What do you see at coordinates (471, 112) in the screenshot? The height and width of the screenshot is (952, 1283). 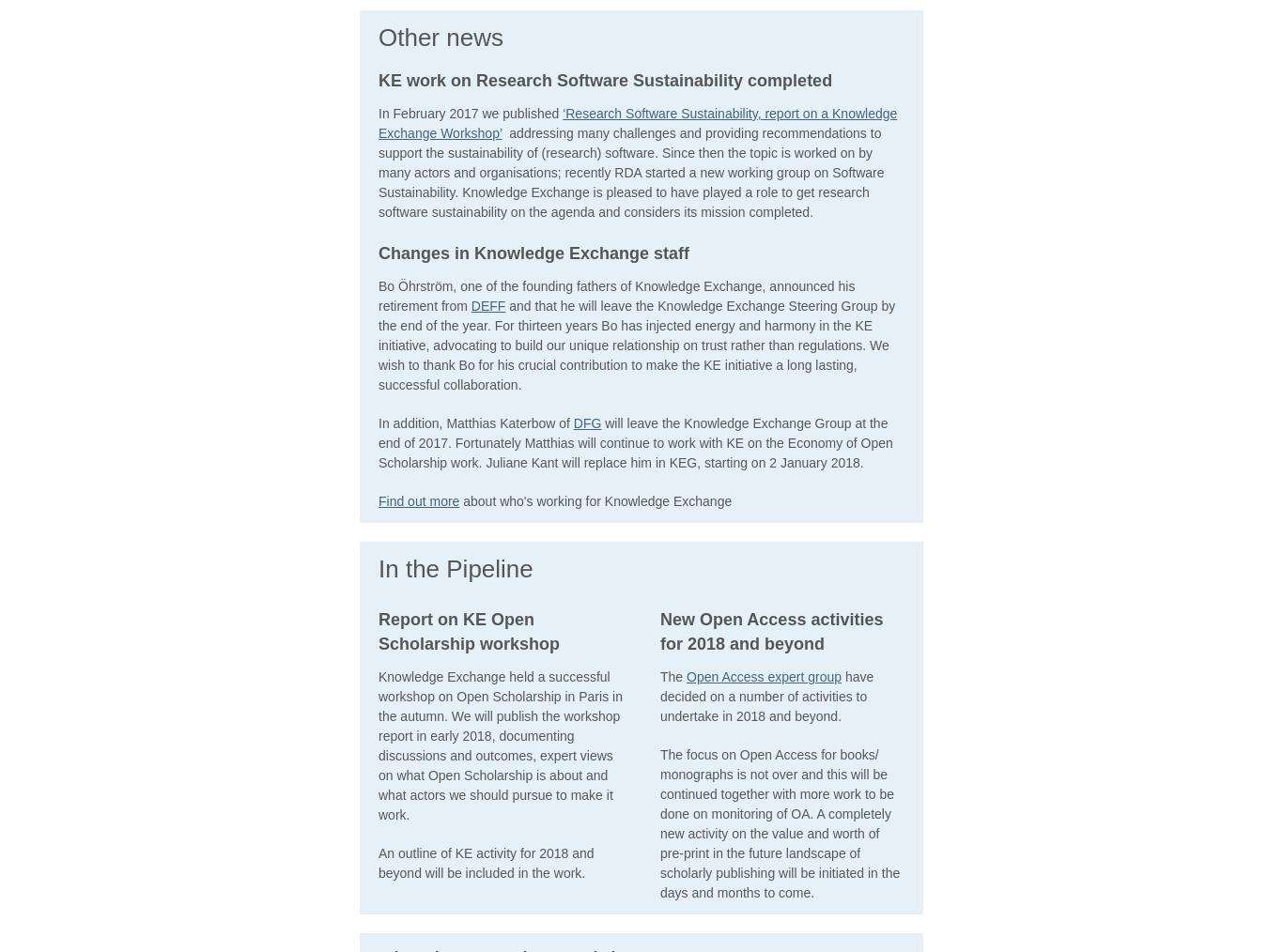 I see `'In February 2017 we published'` at bounding box center [471, 112].